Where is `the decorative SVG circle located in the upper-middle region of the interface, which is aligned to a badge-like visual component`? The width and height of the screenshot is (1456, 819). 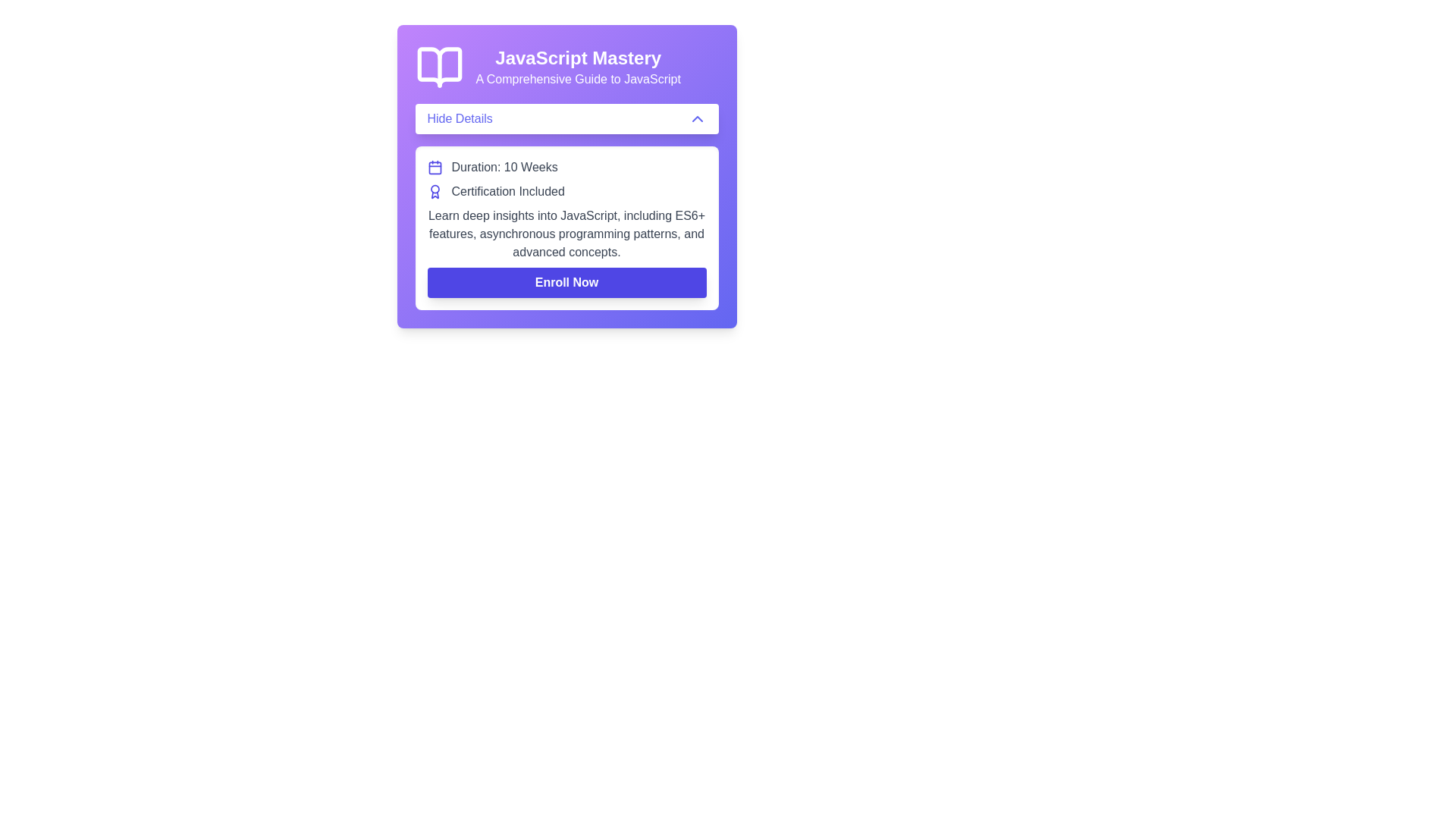
the decorative SVG circle located in the upper-middle region of the interface, which is aligned to a badge-like visual component is located at coordinates (434, 188).